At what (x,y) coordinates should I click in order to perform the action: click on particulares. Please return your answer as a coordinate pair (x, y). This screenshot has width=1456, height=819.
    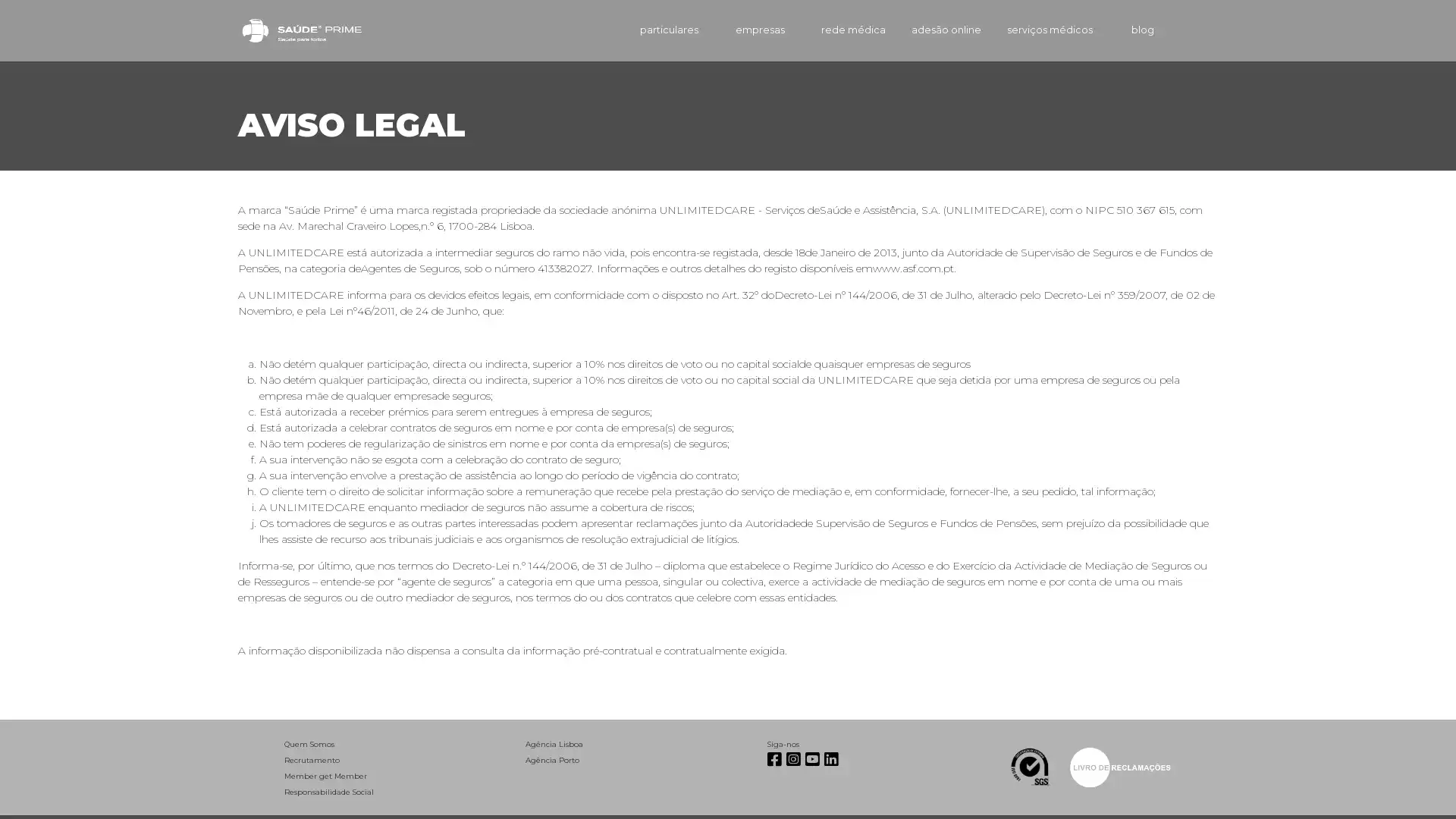
    Looking at the image, I should click on (644, 30).